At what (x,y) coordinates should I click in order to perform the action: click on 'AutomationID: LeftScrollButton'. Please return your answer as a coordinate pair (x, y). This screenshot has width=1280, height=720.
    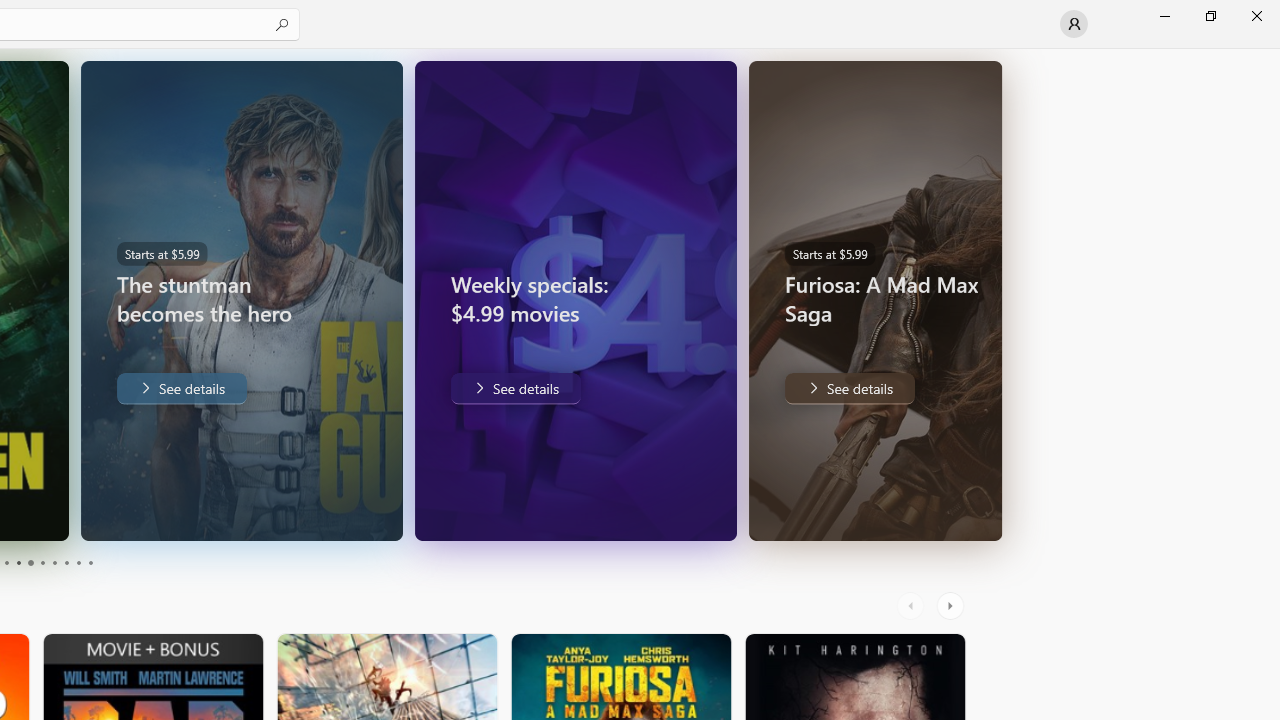
    Looking at the image, I should click on (912, 605).